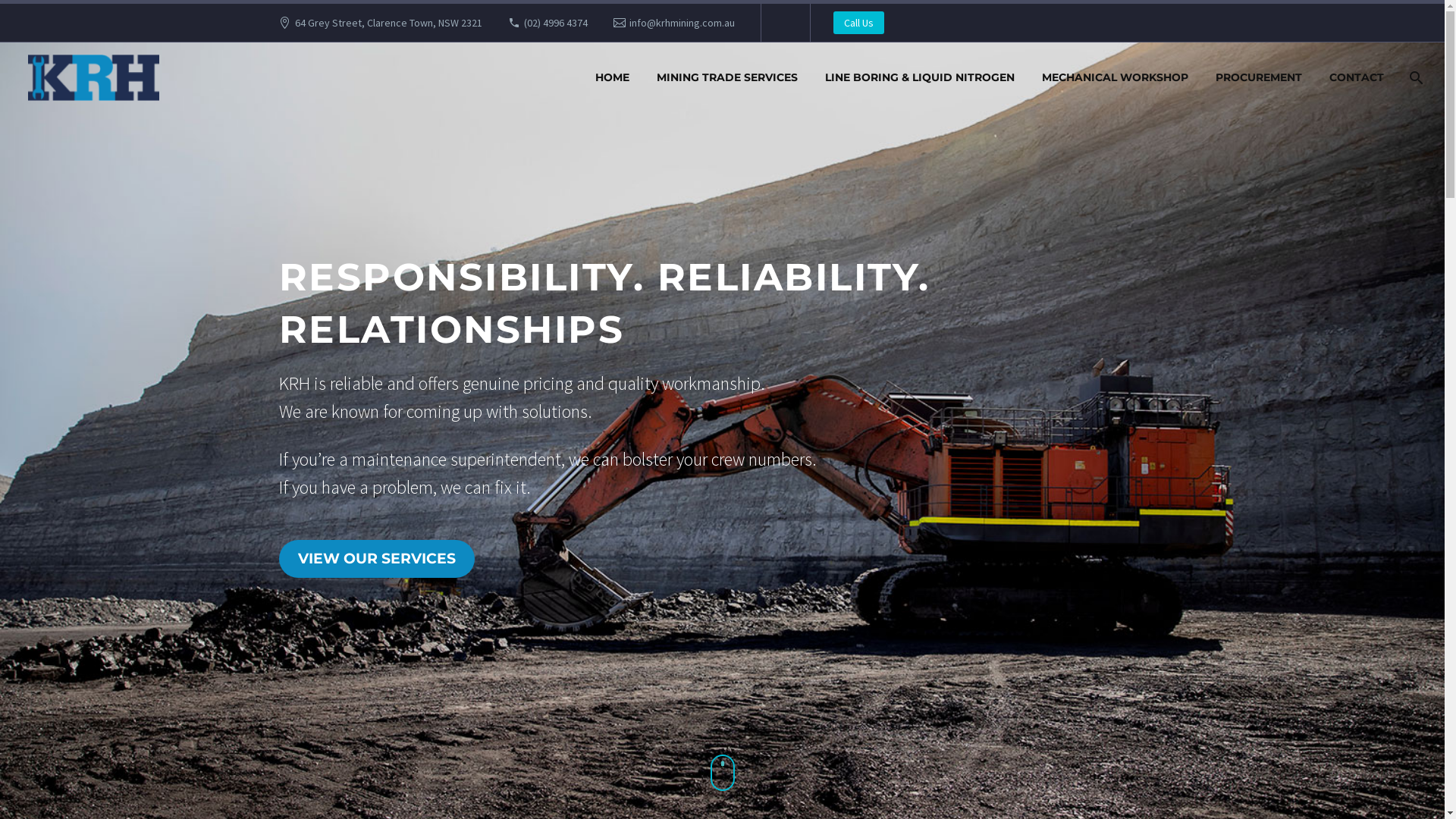 This screenshot has height=819, width=1456. I want to click on '(02) 4996 4374', so click(555, 23).